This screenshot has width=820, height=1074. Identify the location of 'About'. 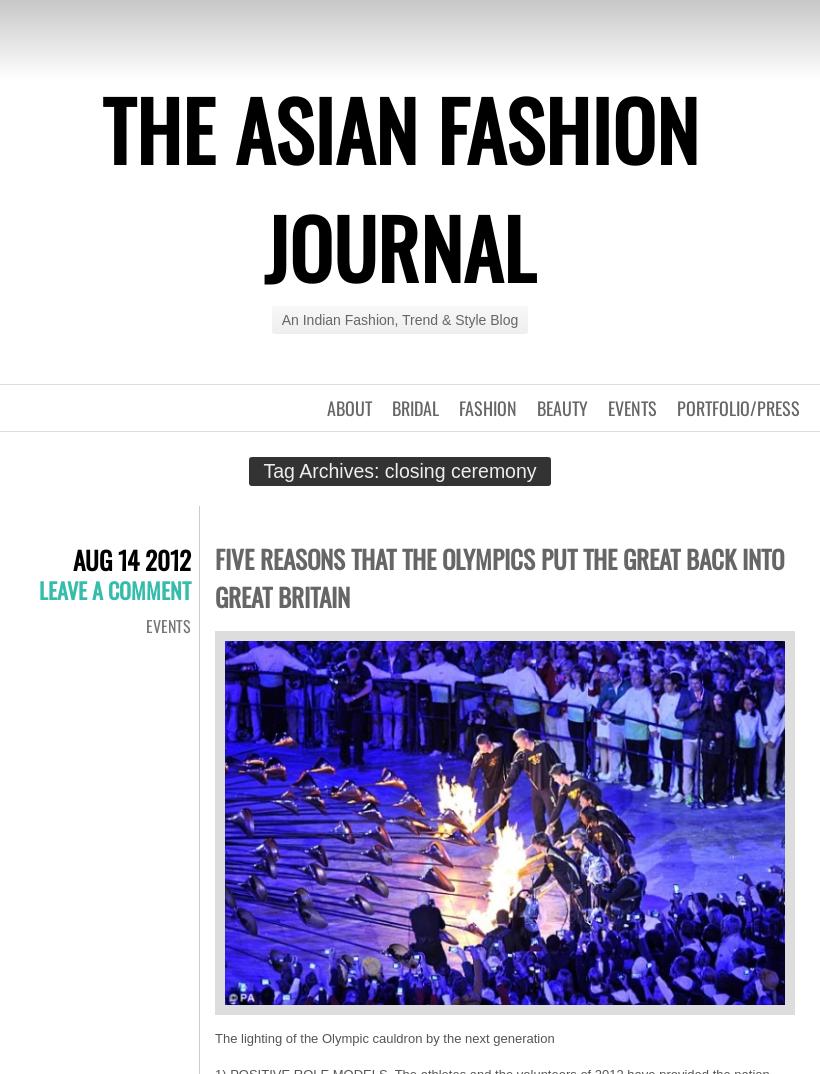
(348, 408).